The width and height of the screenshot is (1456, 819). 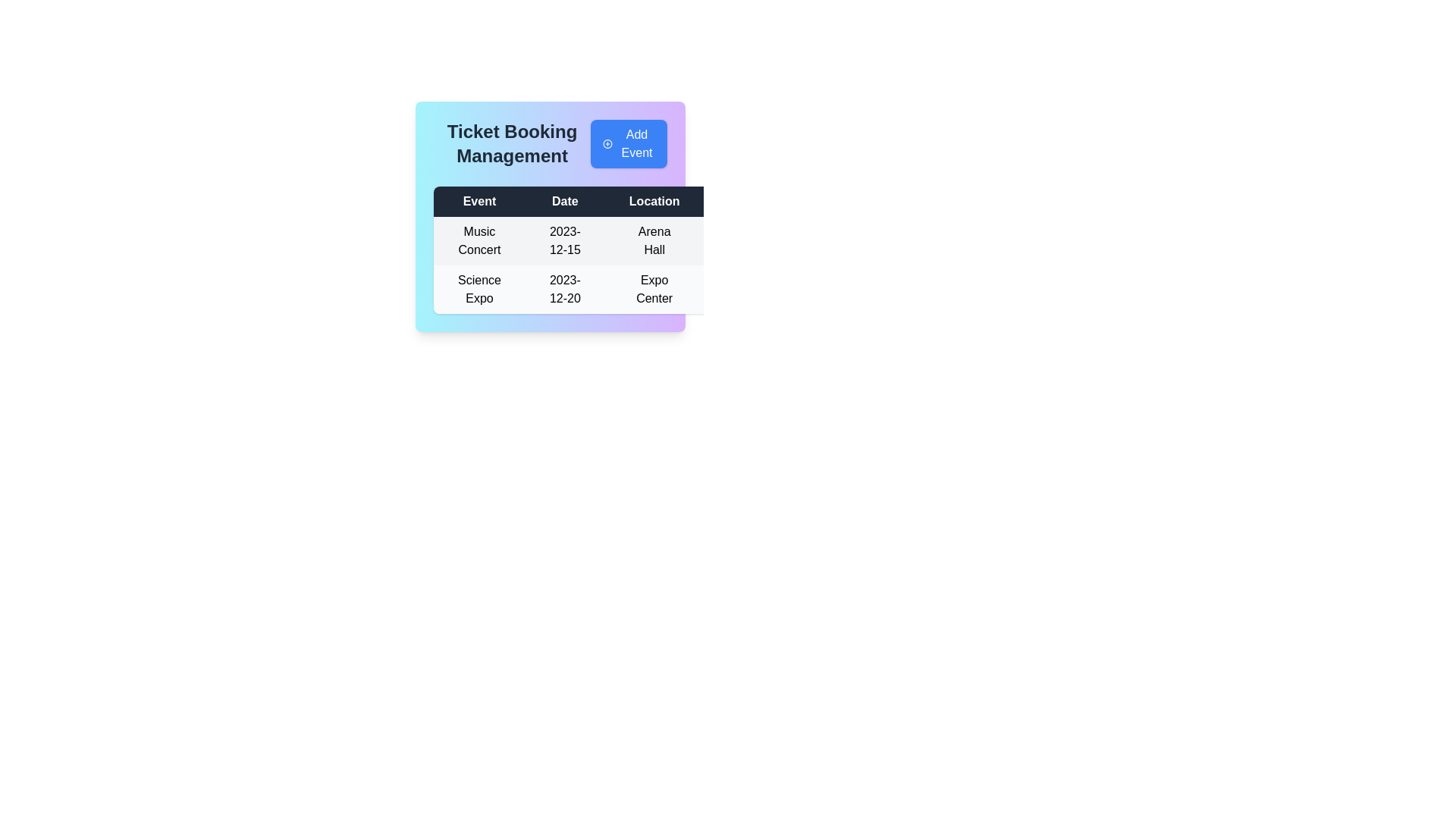 What do you see at coordinates (479, 240) in the screenshot?
I see `the 'Music Concert' text label, which is a bold text label in the first column under the 'Event' header of a table` at bounding box center [479, 240].